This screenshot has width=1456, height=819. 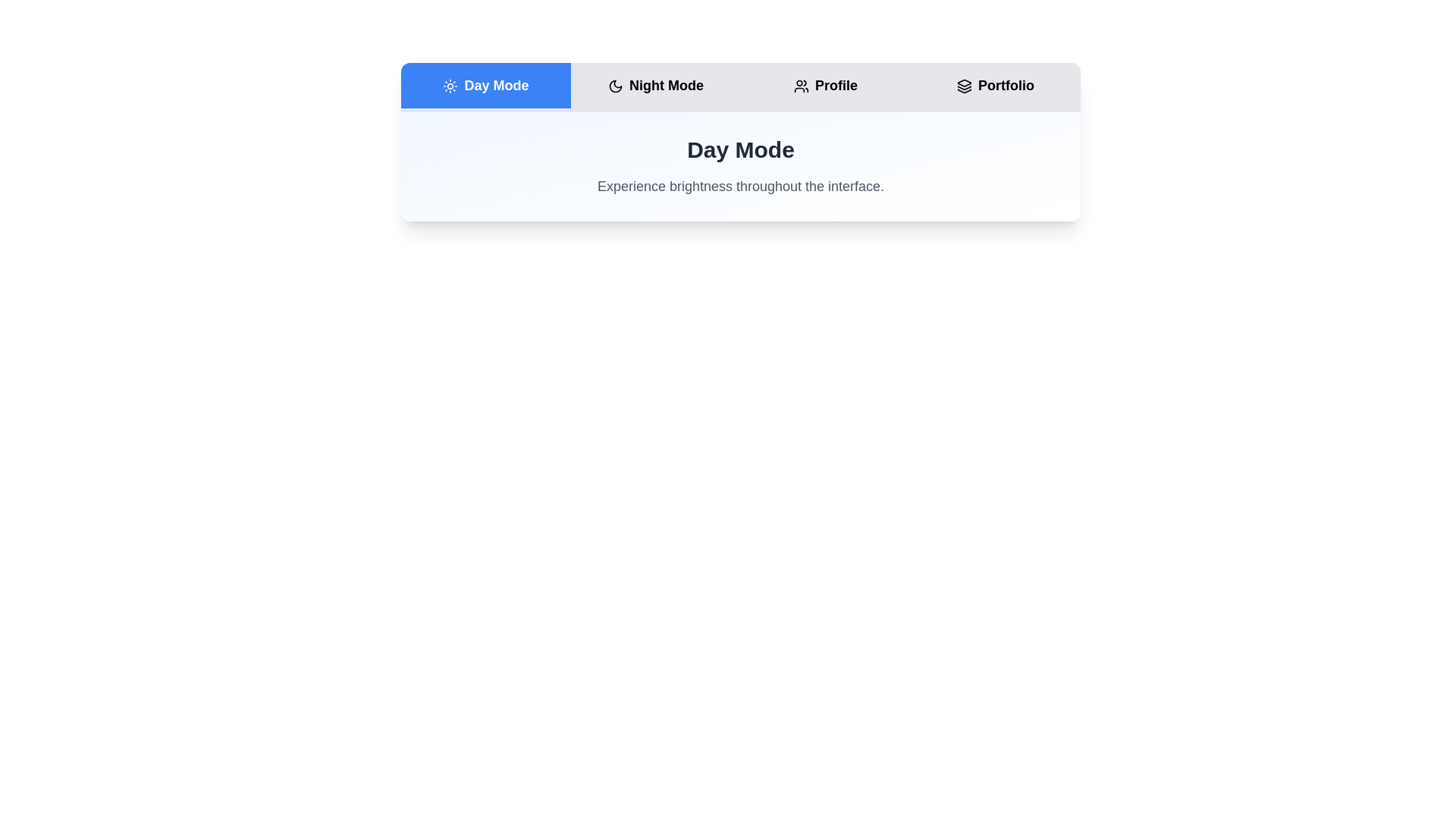 I want to click on the tab labeled Night Mode, so click(x=655, y=85).